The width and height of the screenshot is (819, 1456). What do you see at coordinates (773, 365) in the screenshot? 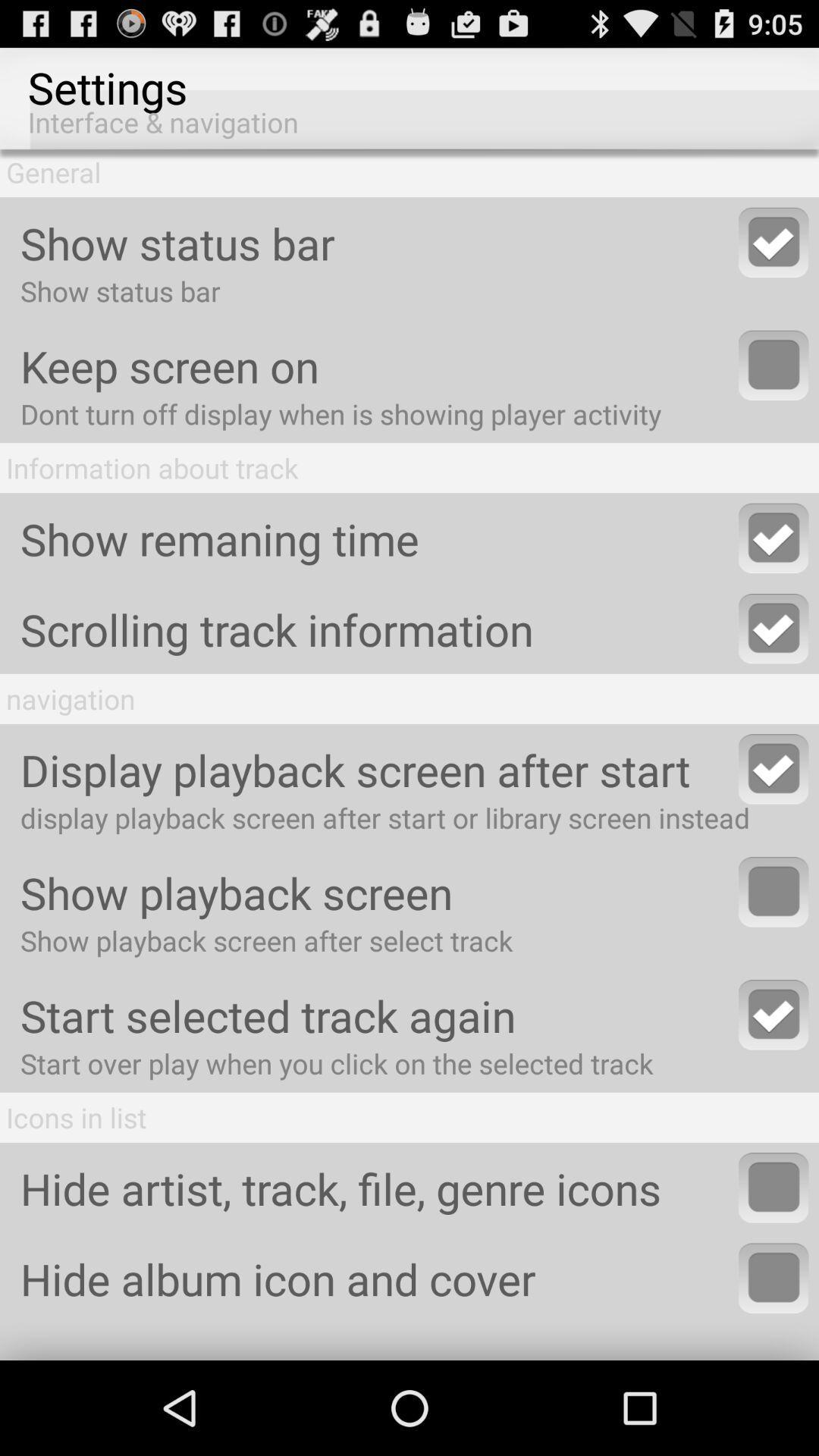
I see `toggles whether or not display is on or off during player activity` at bounding box center [773, 365].